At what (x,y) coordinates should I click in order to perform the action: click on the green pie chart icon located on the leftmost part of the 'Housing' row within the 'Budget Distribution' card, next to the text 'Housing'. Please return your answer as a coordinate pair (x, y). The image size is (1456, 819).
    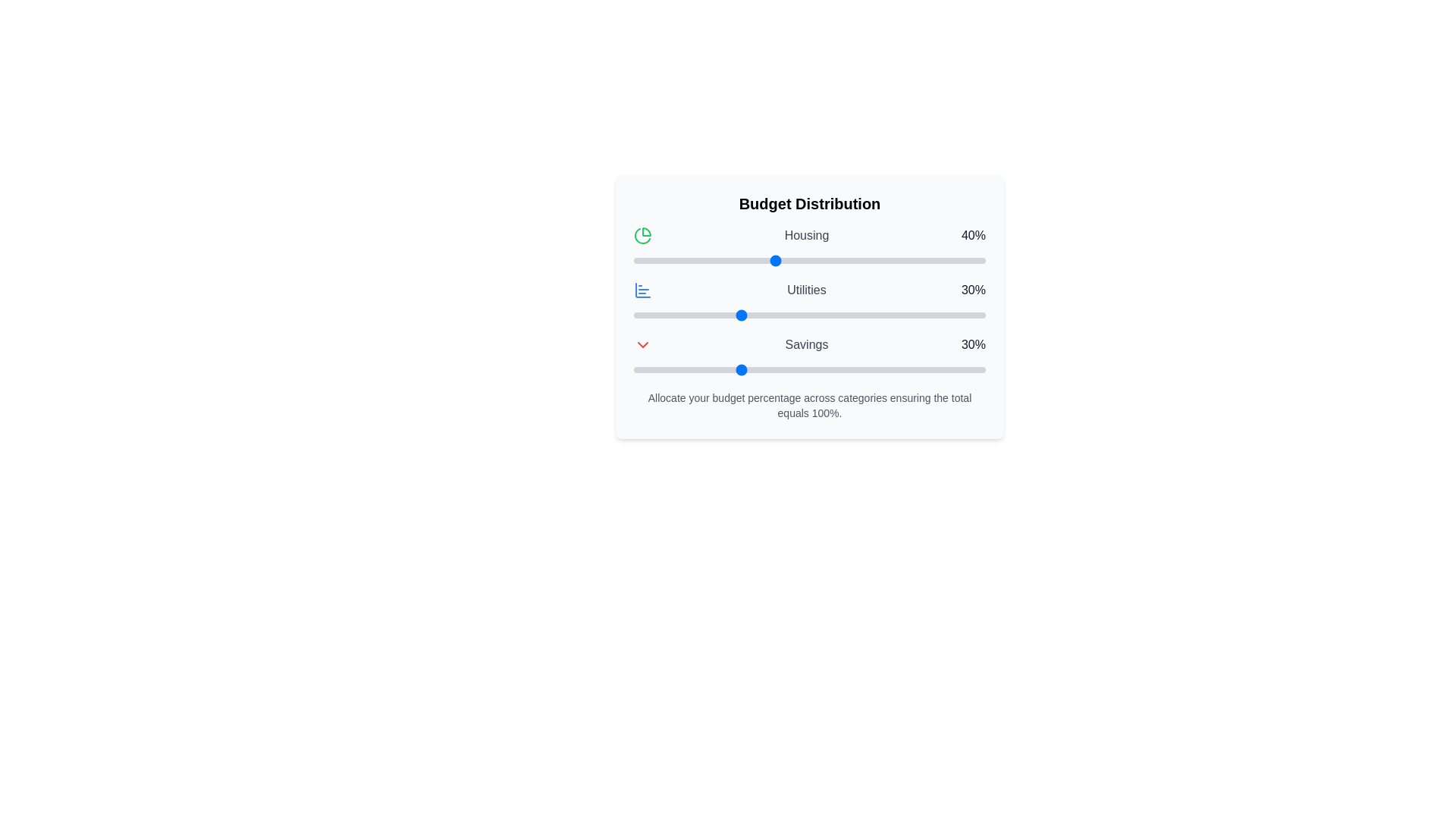
    Looking at the image, I should click on (643, 236).